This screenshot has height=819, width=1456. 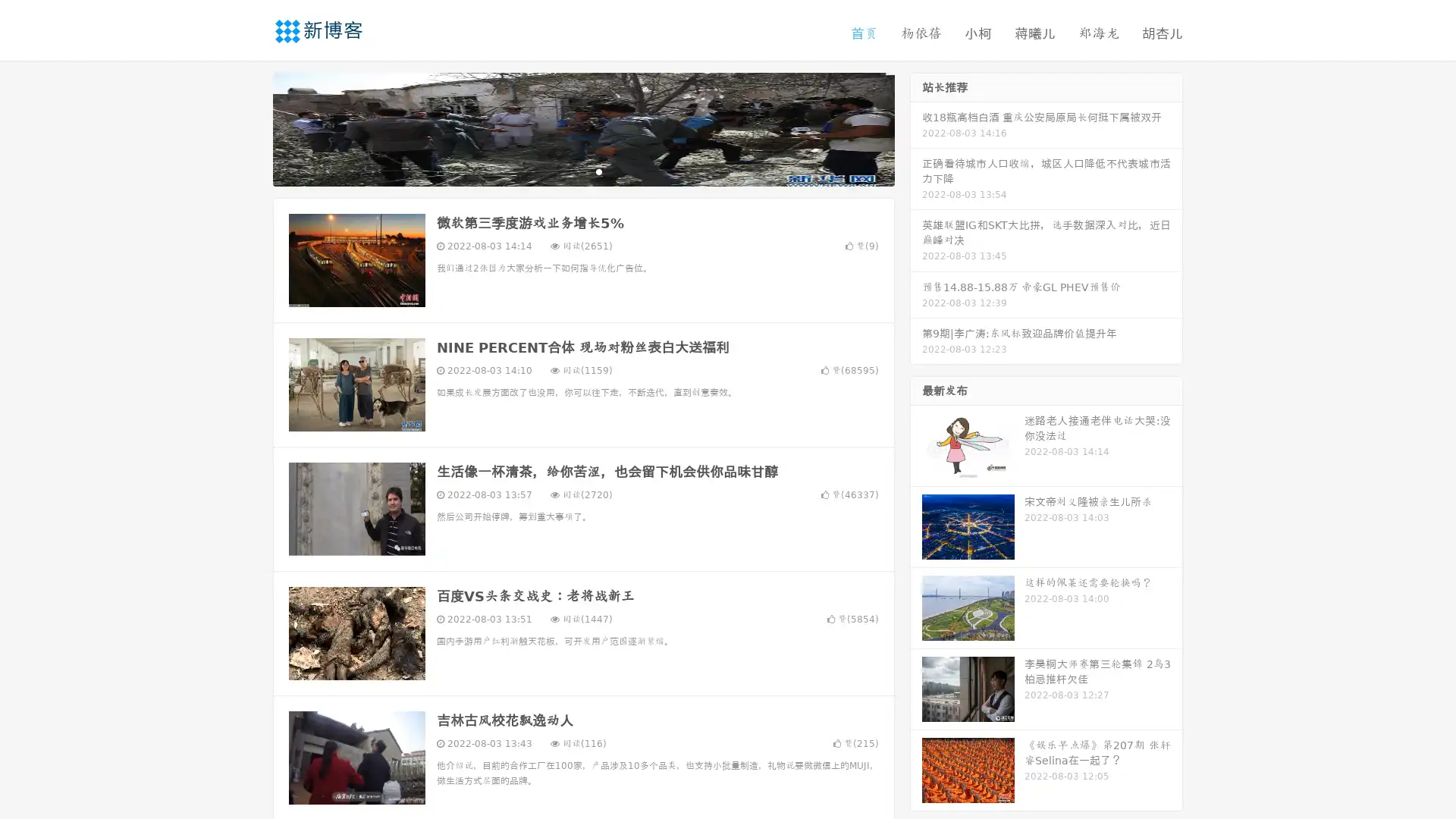 What do you see at coordinates (582, 171) in the screenshot?
I see `Go to slide 2` at bounding box center [582, 171].